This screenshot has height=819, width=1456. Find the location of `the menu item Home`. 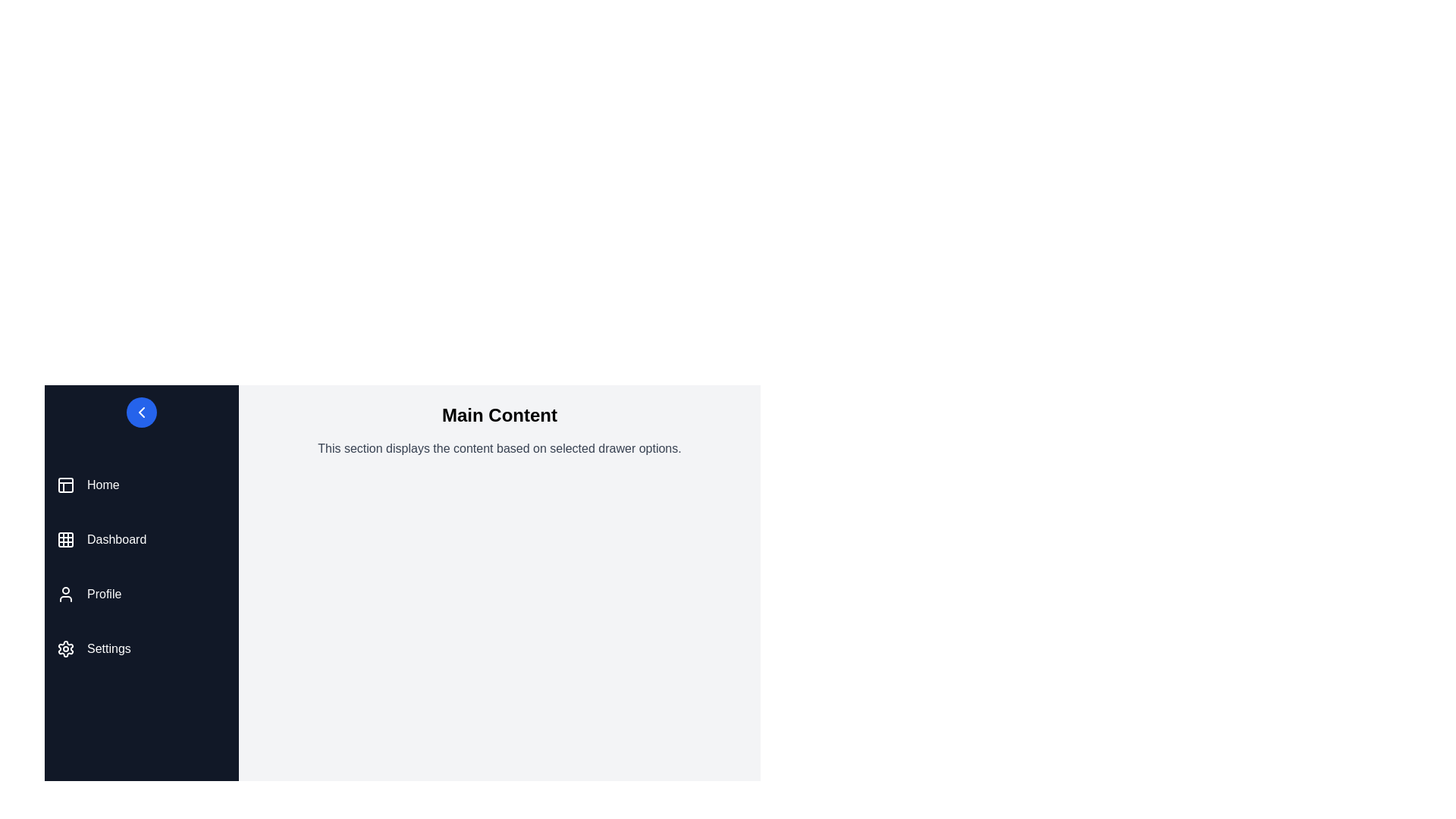

the menu item Home is located at coordinates (142, 485).